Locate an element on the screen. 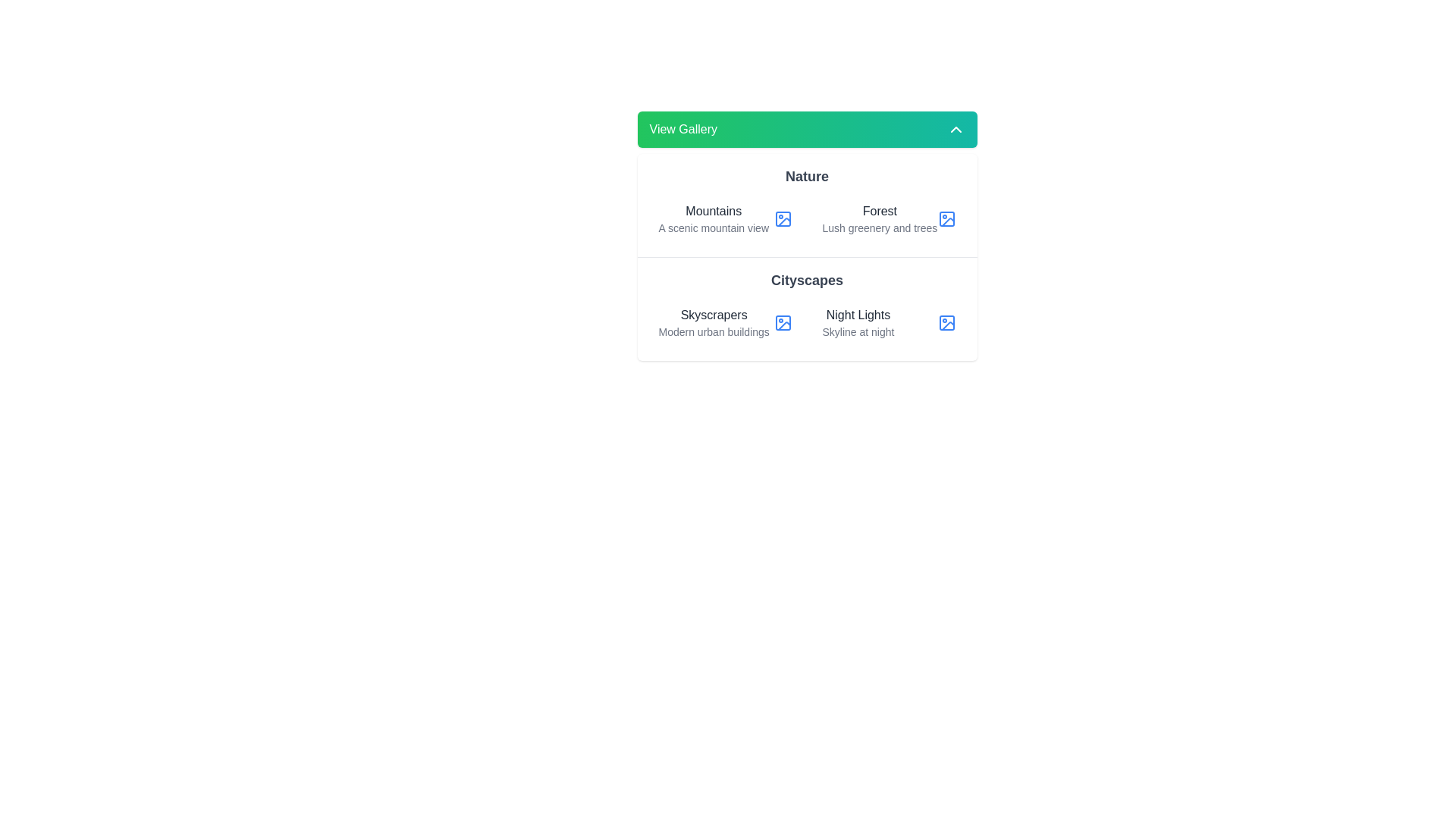 The image size is (1456, 819). text label that categorizes options related to skyscrapers, located in the 'Cityscapes' section, positioned above the 'Modern urban buildings' descriptive text is located at coordinates (713, 315).